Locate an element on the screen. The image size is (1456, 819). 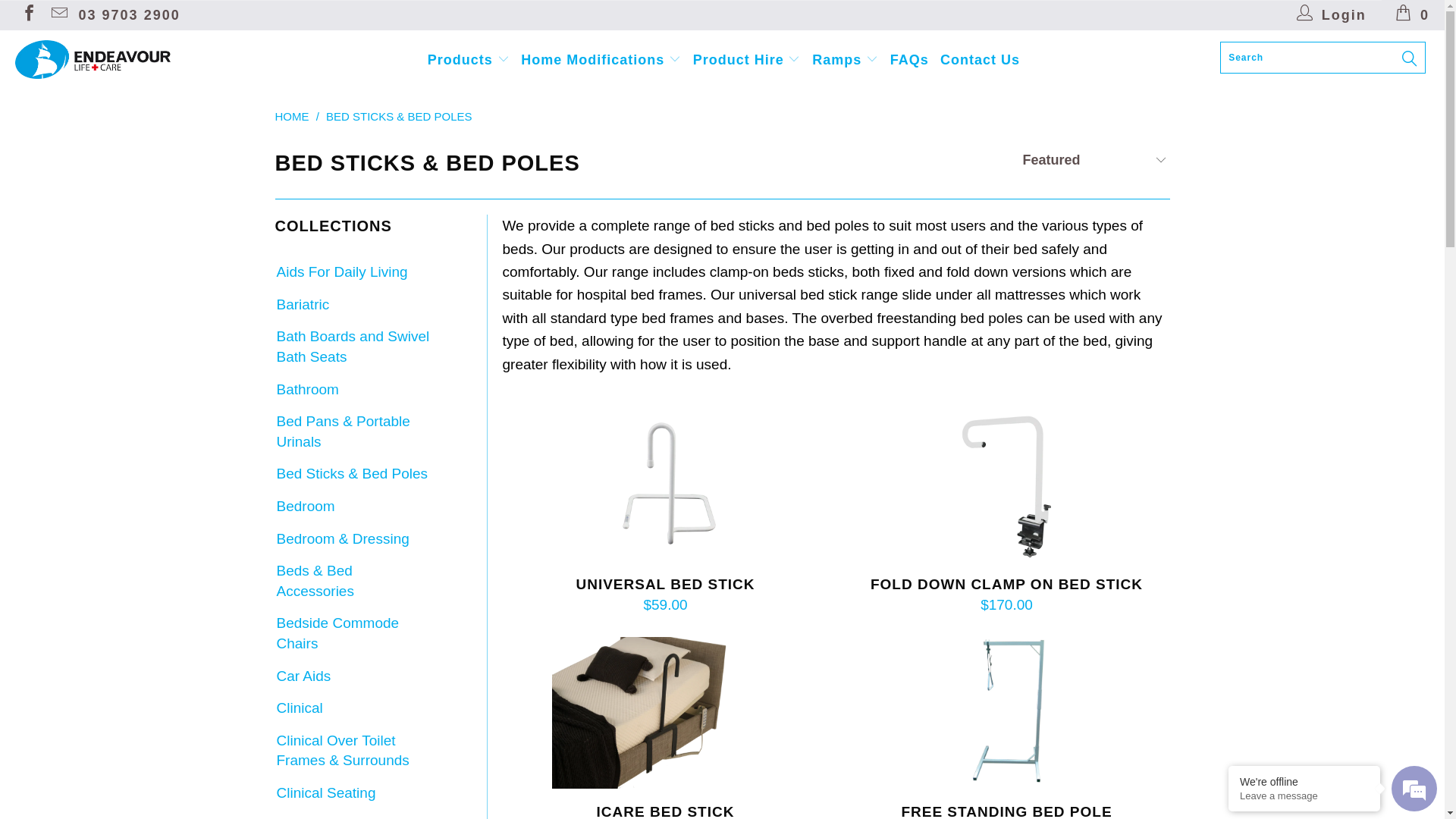
'HOME' is located at coordinates (291, 115).